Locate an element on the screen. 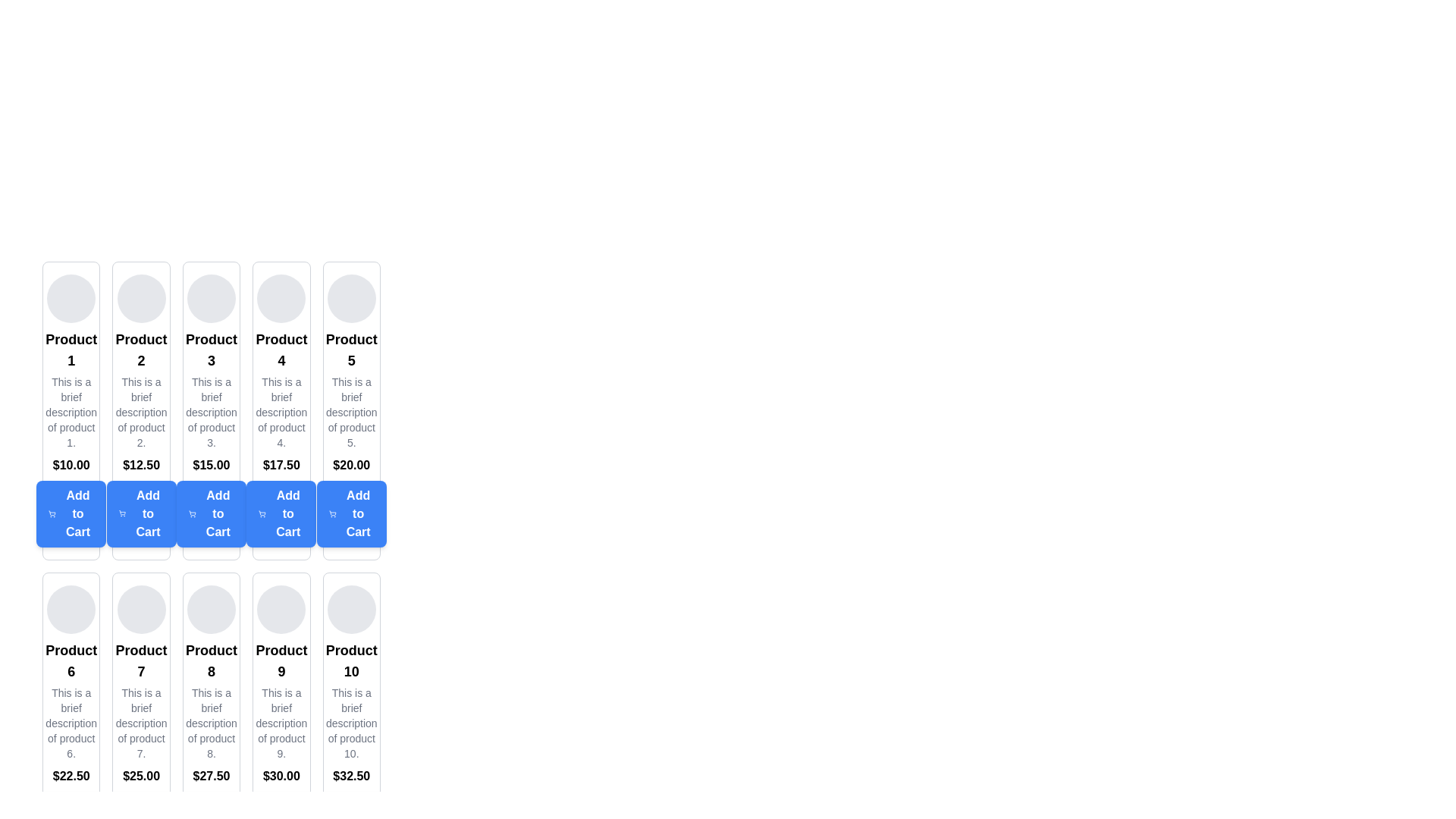  the text element providing a brief description of 'Product 2' located in the second column of the grid layout is located at coordinates (141, 412).